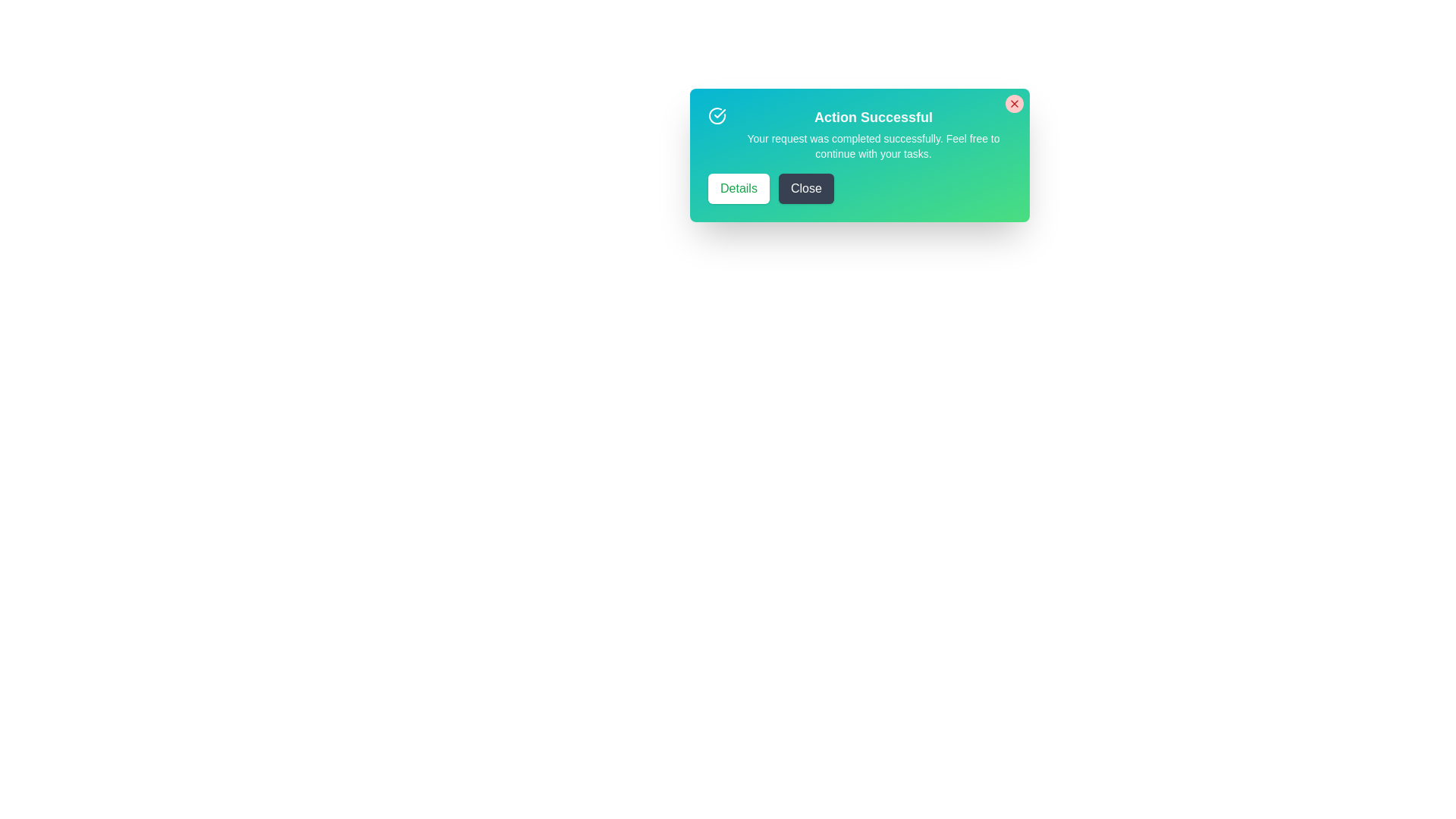 This screenshot has width=1456, height=819. Describe the element at coordinates (805, 188) in the screenshot. I see `the 'Close' button to dismiss the alert` at that location.